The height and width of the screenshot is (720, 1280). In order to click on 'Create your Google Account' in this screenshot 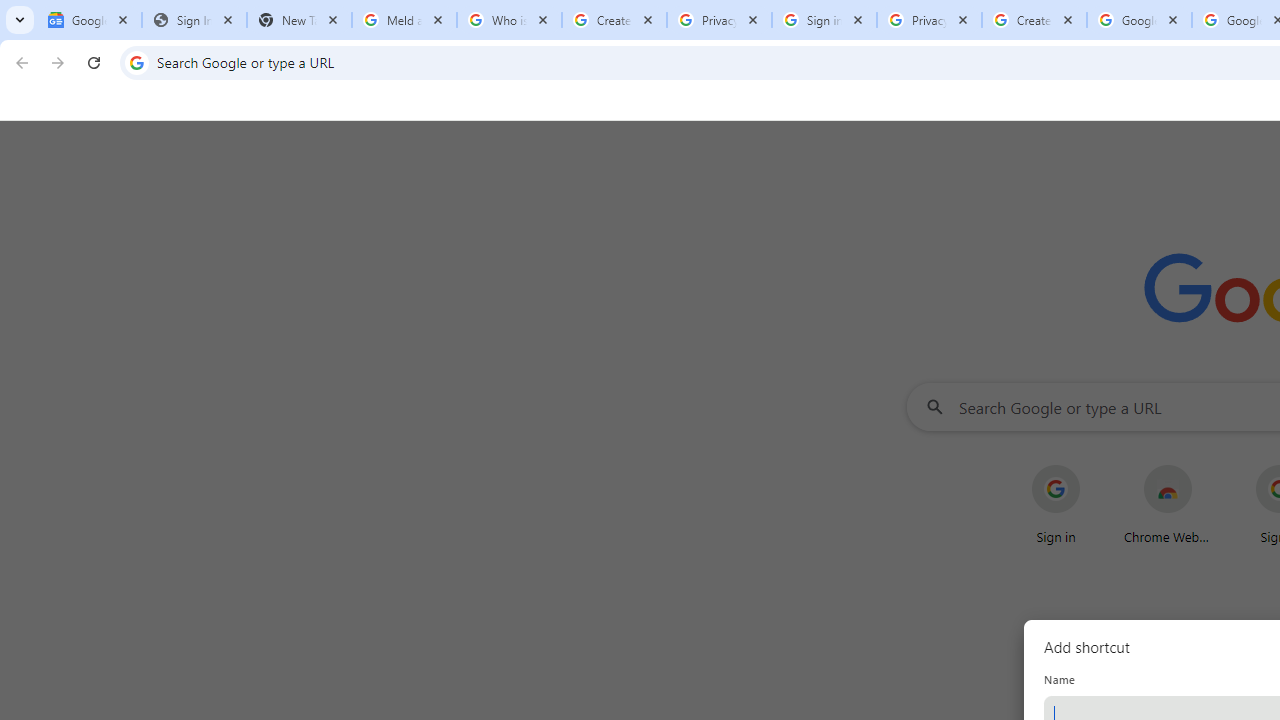, I will do `click(1034, 20)`.